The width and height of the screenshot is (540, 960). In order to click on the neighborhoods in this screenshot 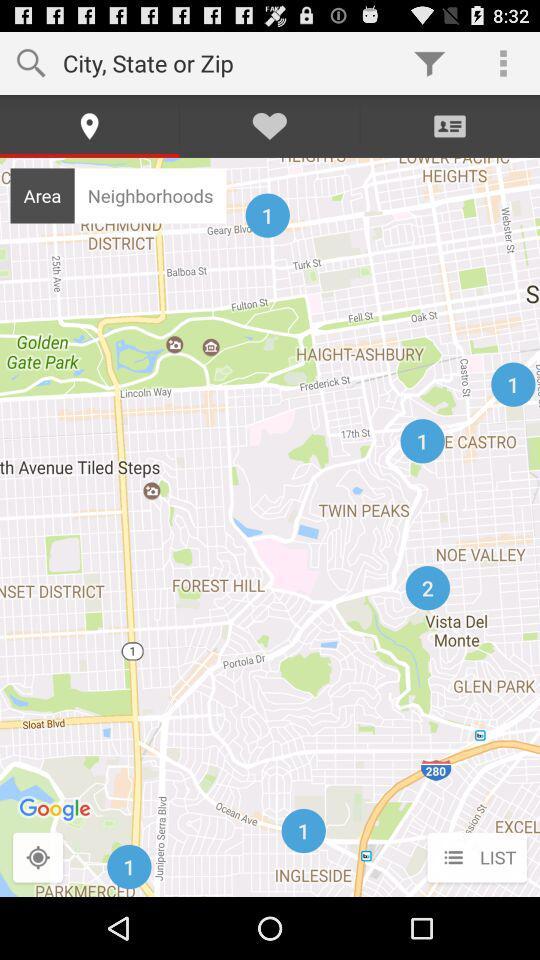, I will do `click(149, 195)`.